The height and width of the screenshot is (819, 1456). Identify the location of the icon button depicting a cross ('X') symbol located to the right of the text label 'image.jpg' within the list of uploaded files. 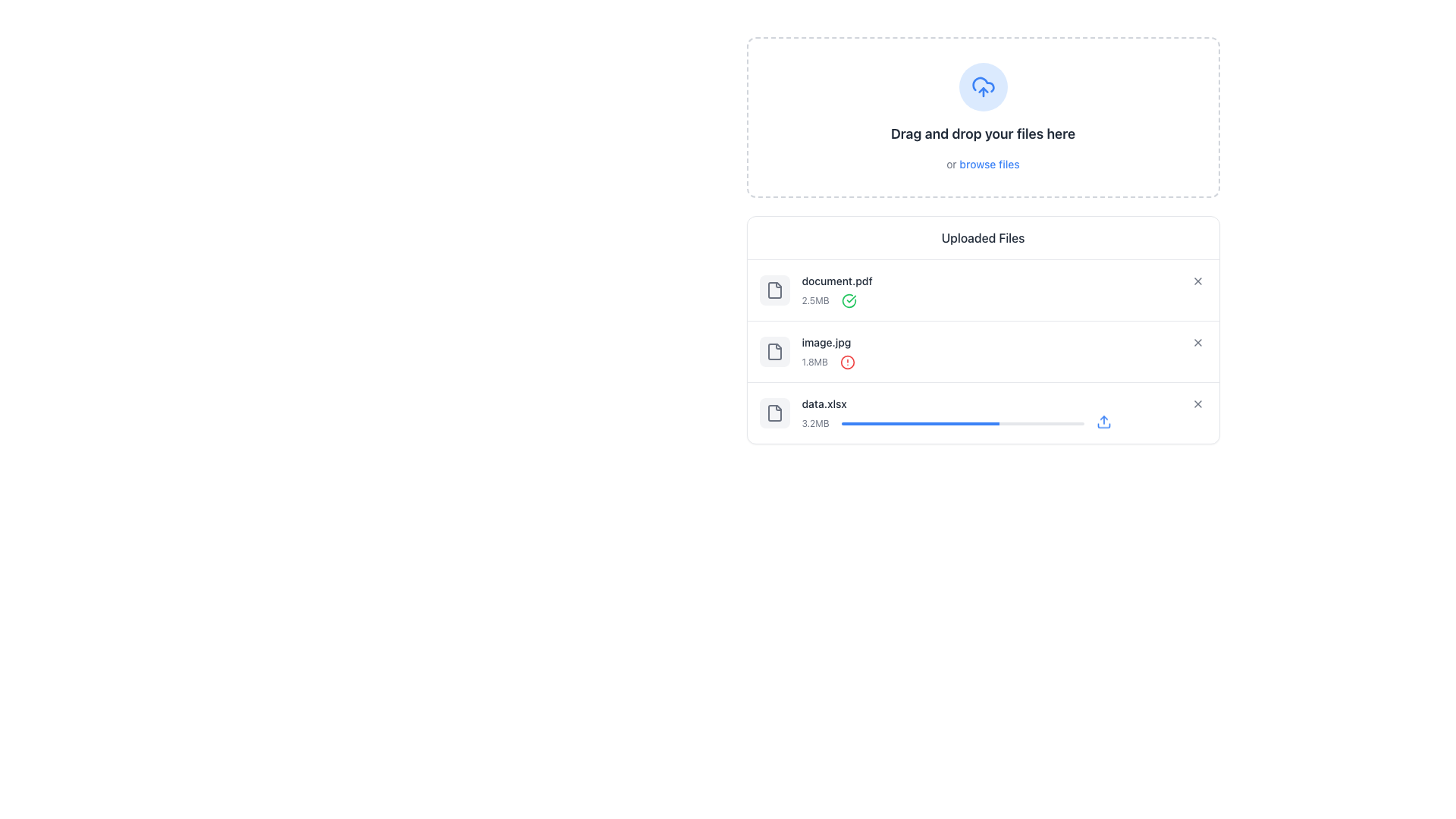
(1197, 342).